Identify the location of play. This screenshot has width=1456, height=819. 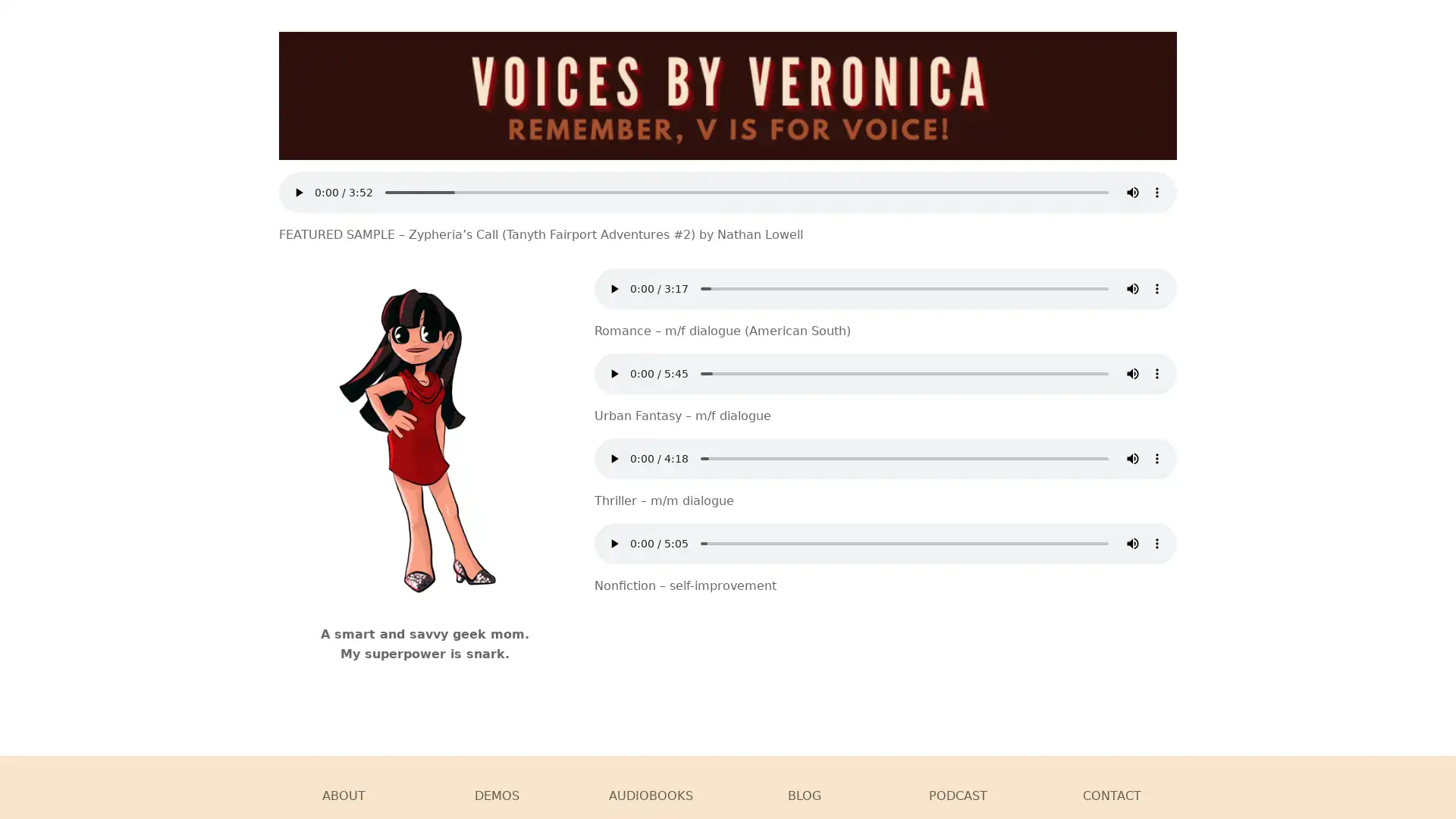
(614, 543).